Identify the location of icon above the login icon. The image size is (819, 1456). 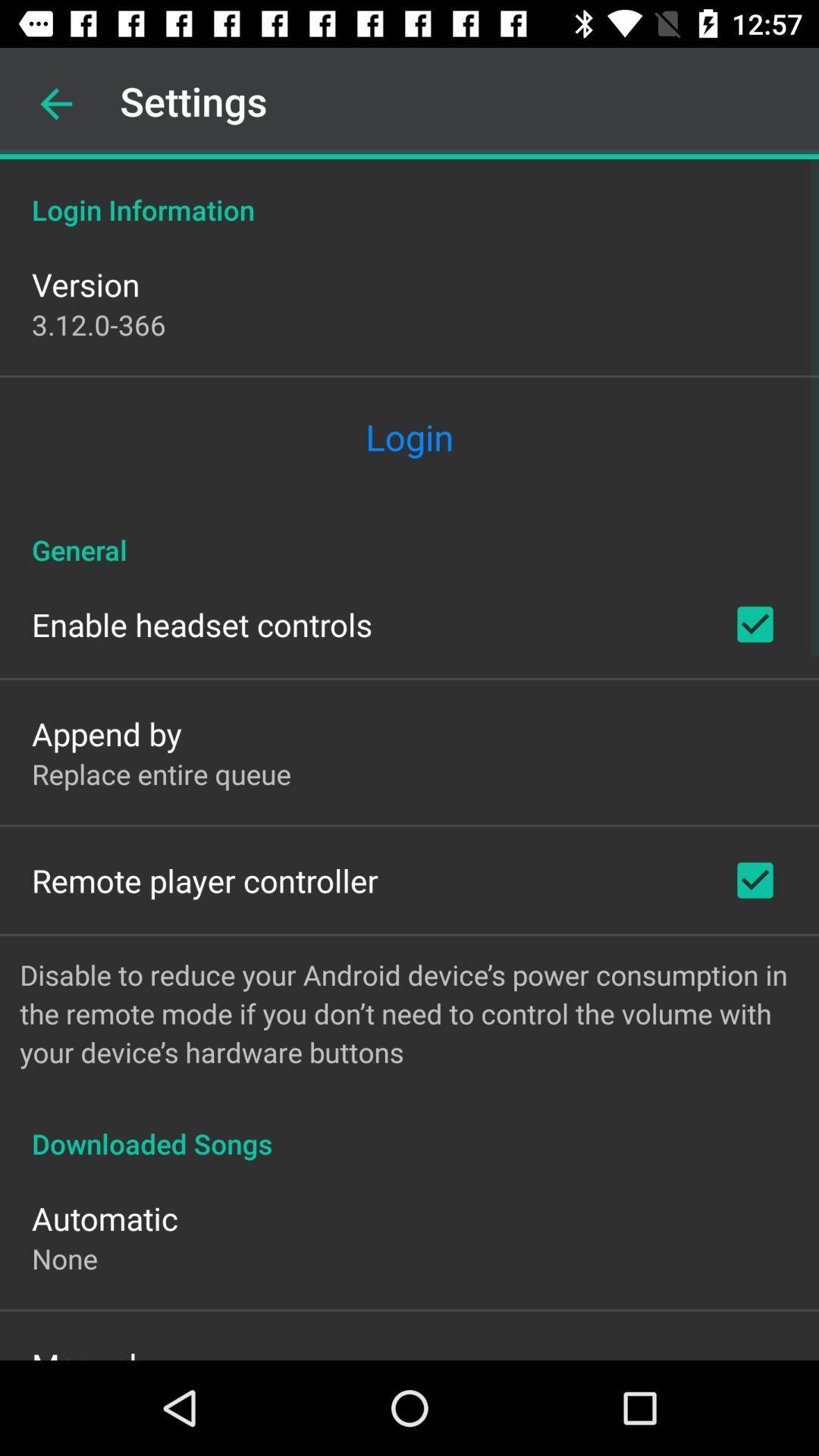
(99, 324).